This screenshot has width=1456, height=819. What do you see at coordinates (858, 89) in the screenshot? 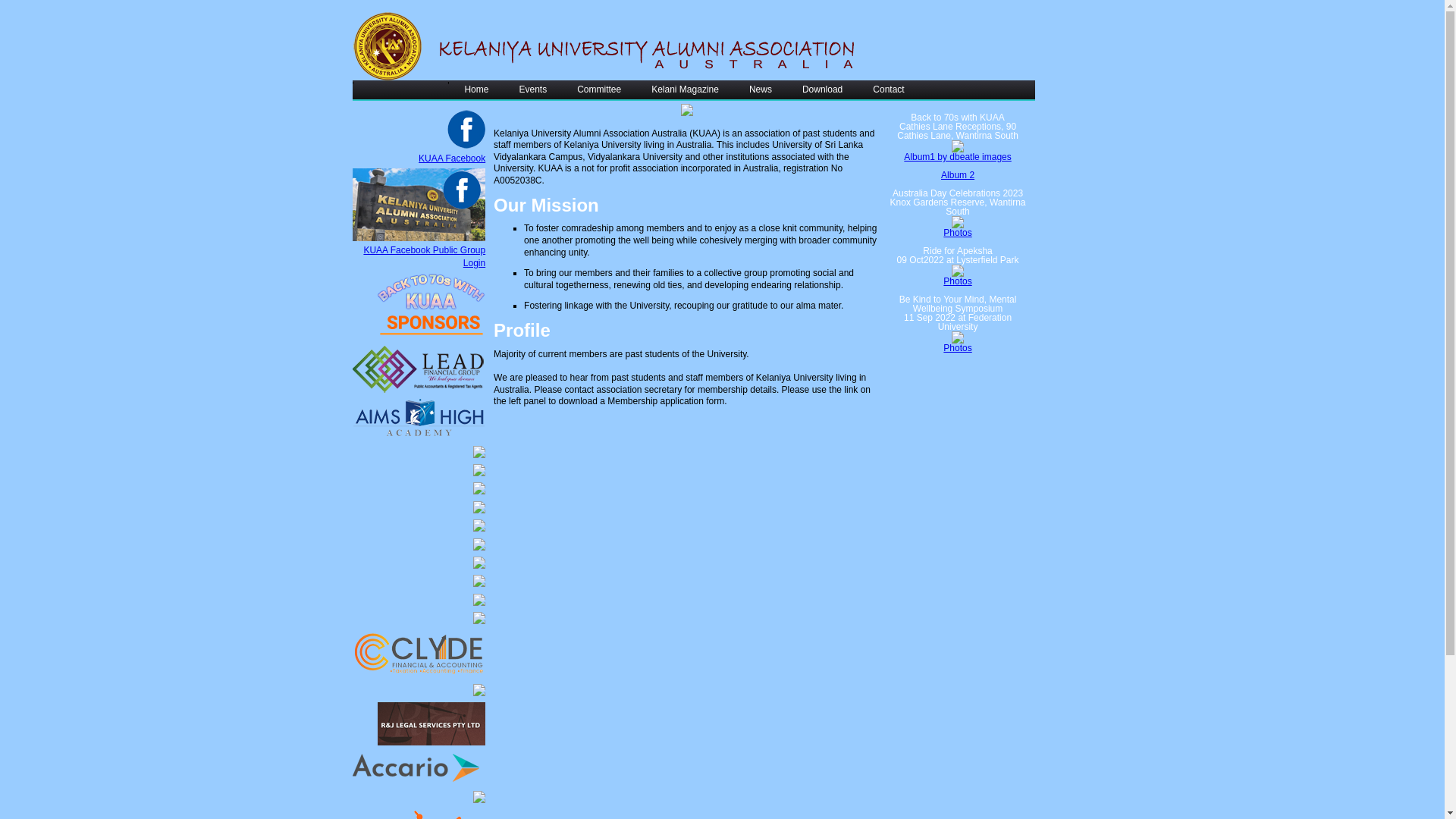
I see `'Contact'` at bounding box center [858, 89].